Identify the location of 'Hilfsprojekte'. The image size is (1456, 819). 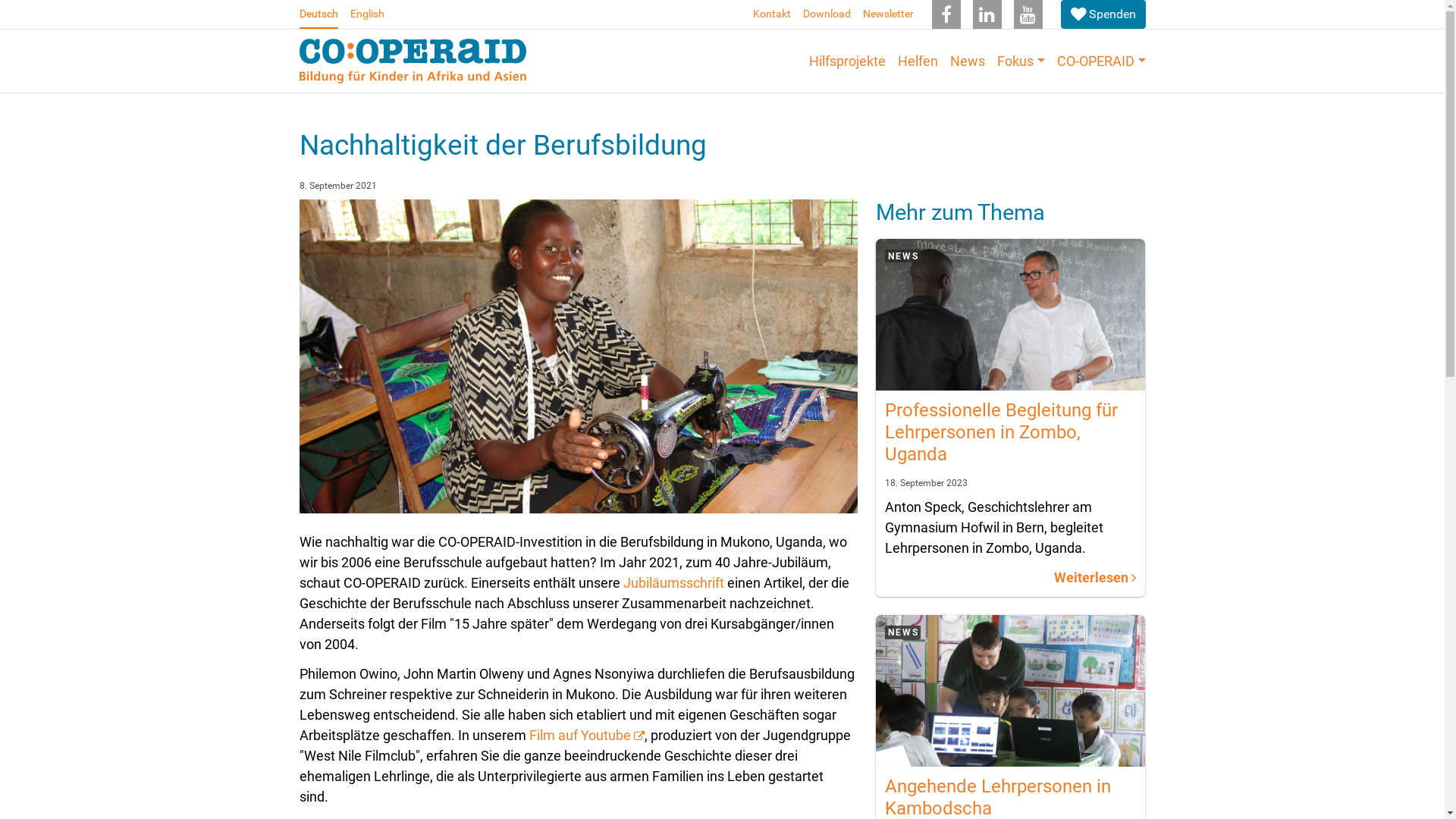
(846, 60).